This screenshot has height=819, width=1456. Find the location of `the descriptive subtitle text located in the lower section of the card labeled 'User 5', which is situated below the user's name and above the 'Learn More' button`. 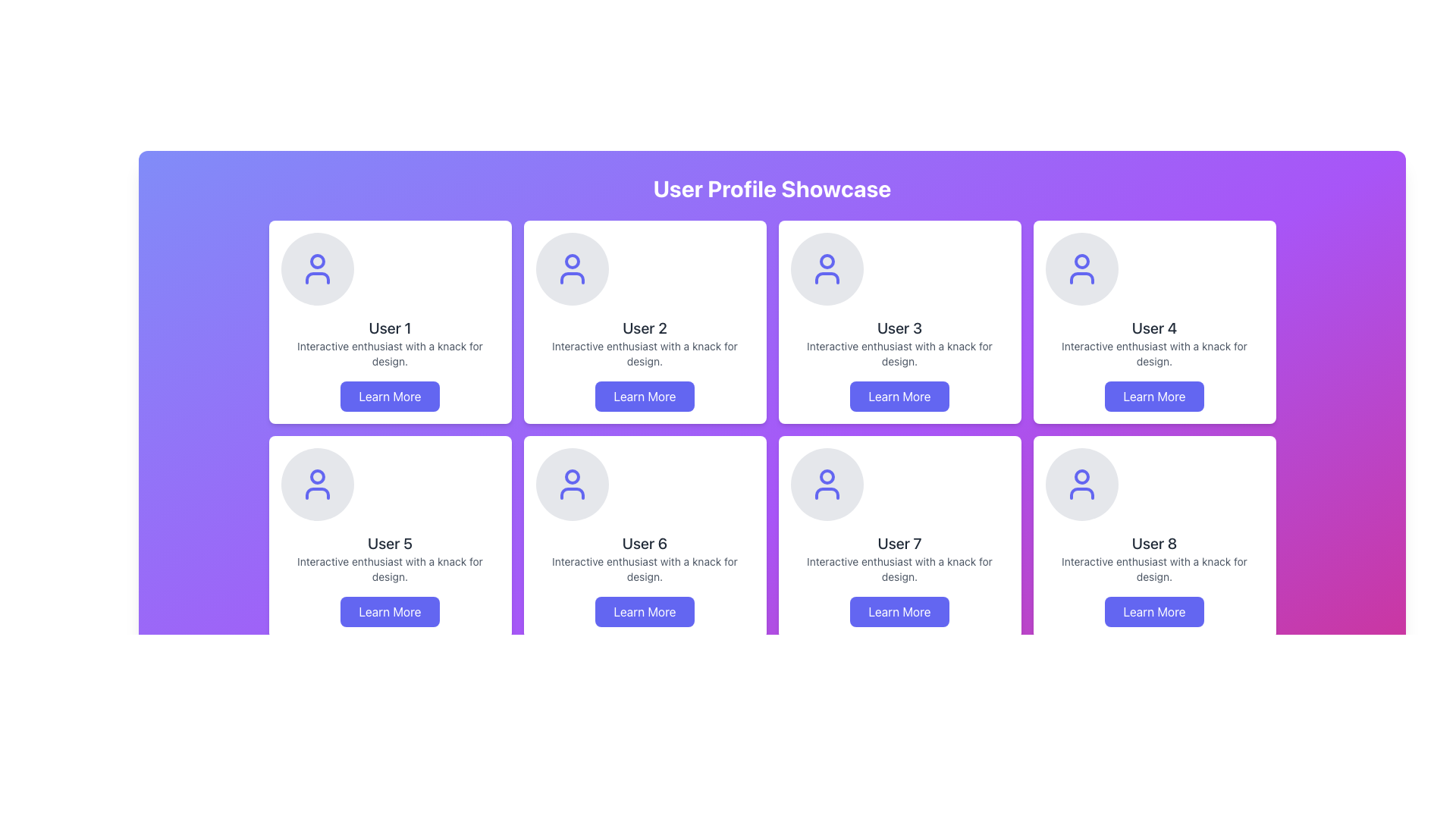

the descriptive subtitle text located in the lower section of the card labeled 'User 5', which is situated below the user's name and above the 'Learn More' button is located at coordinates (390, 570).